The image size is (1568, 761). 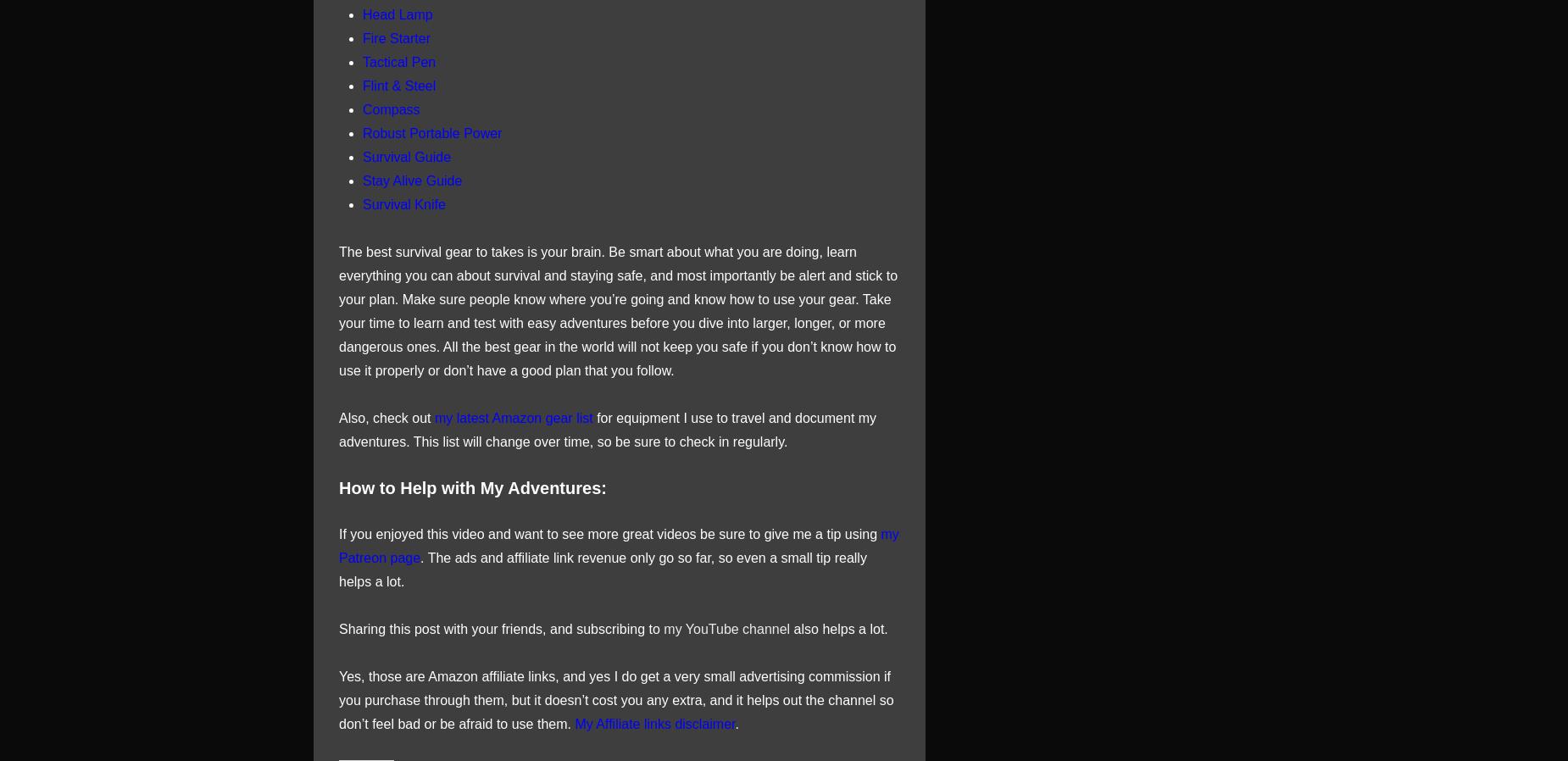 What do you see at coordinates (663, 628) in the screenshot?
I see `'my YouTube channel'` at bounding box center [663, 628].